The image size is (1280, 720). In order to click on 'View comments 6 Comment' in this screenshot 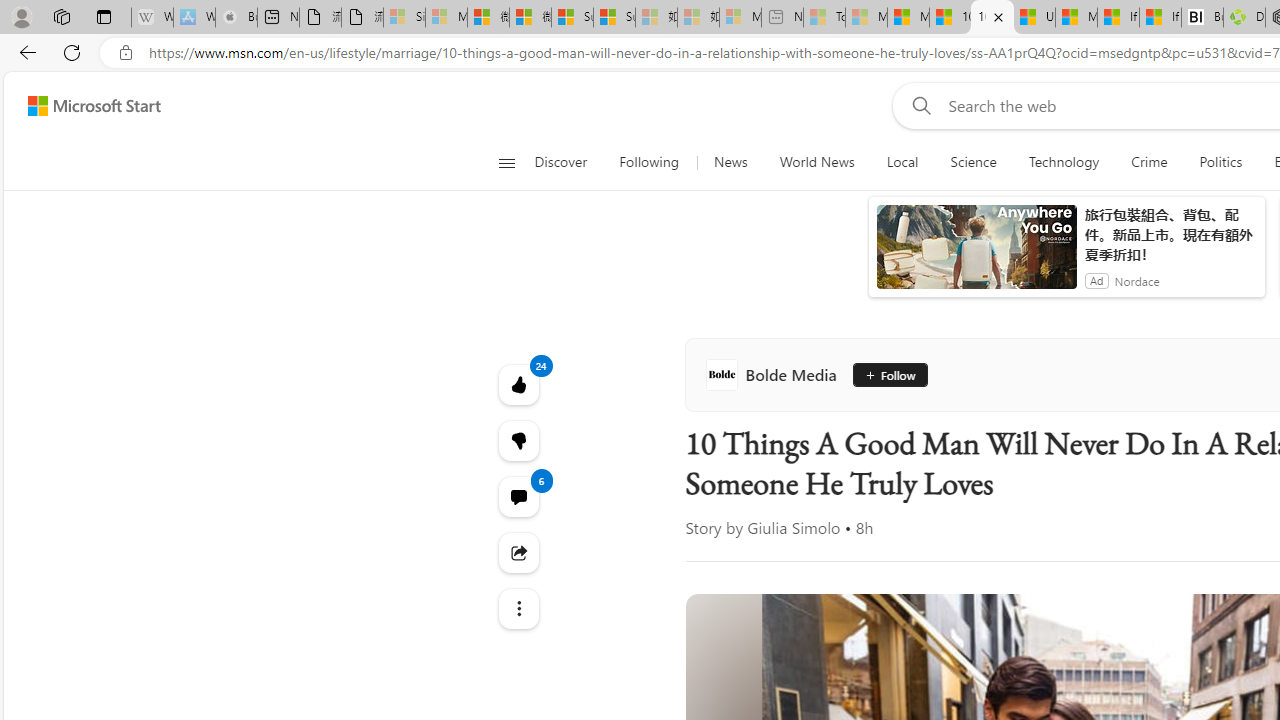, I will do `click(518, 495)`.